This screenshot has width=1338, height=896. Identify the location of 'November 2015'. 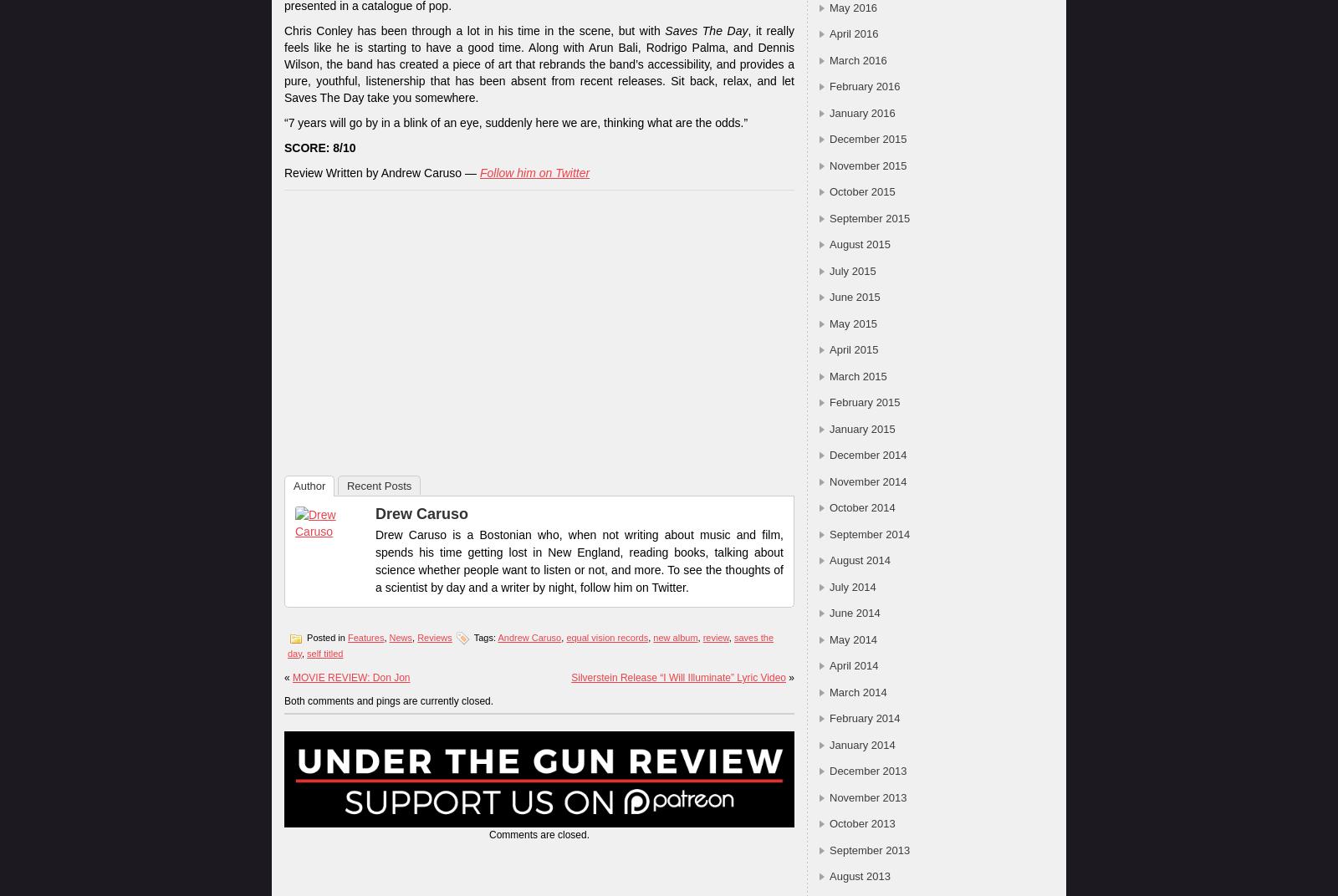
(867, 164).